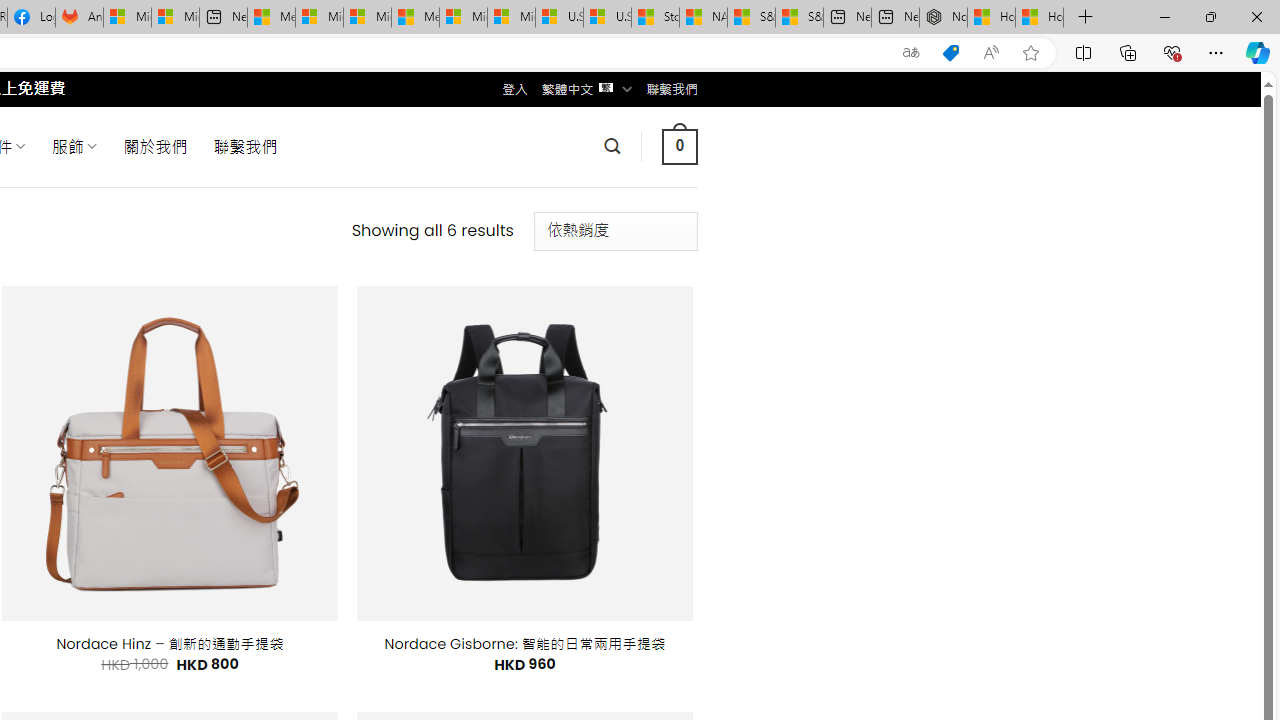 The width and height of the screenshot is (1280, 720). What do you see at coordinates (950, 52) in the screenshot?
I see `'This site has coupons! Shopping in Microsoft Edge'` at bounding box center [950, 52].